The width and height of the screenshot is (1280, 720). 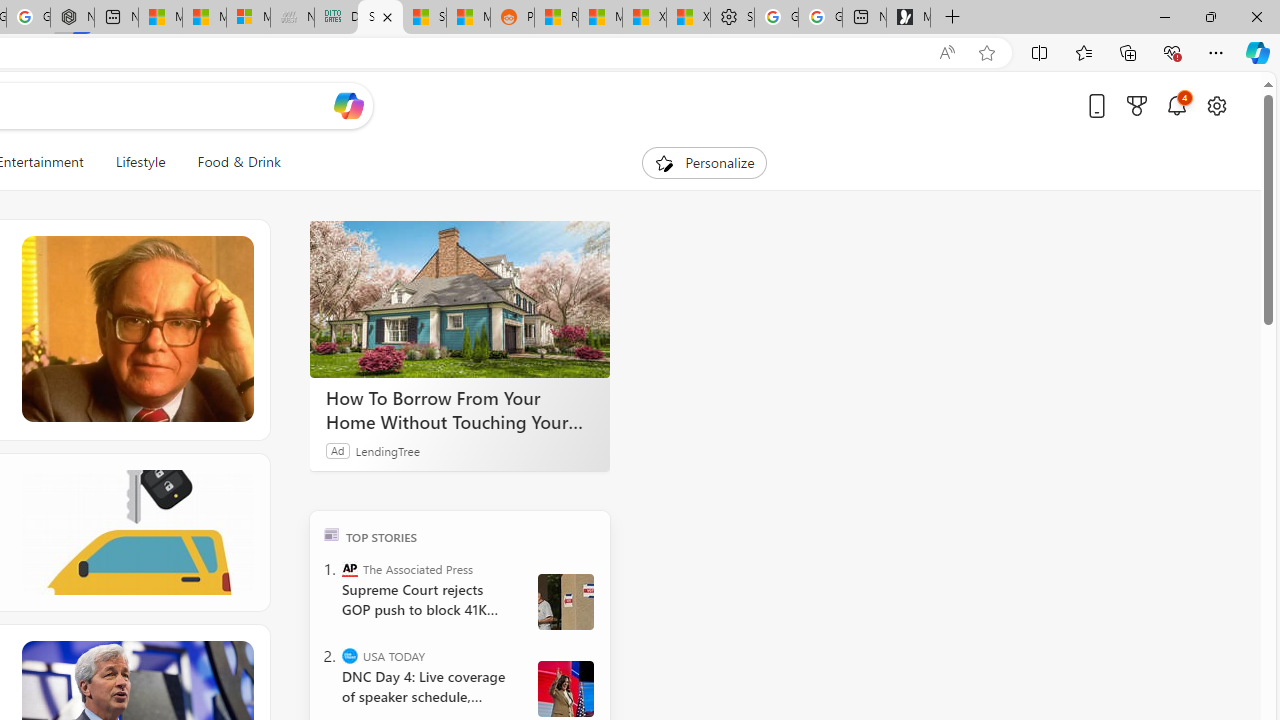 What do you see at coordinates (907, 17) in the screenshot?
I see `'Microsoft Start Gaming'` at bounding box center [907, 17].